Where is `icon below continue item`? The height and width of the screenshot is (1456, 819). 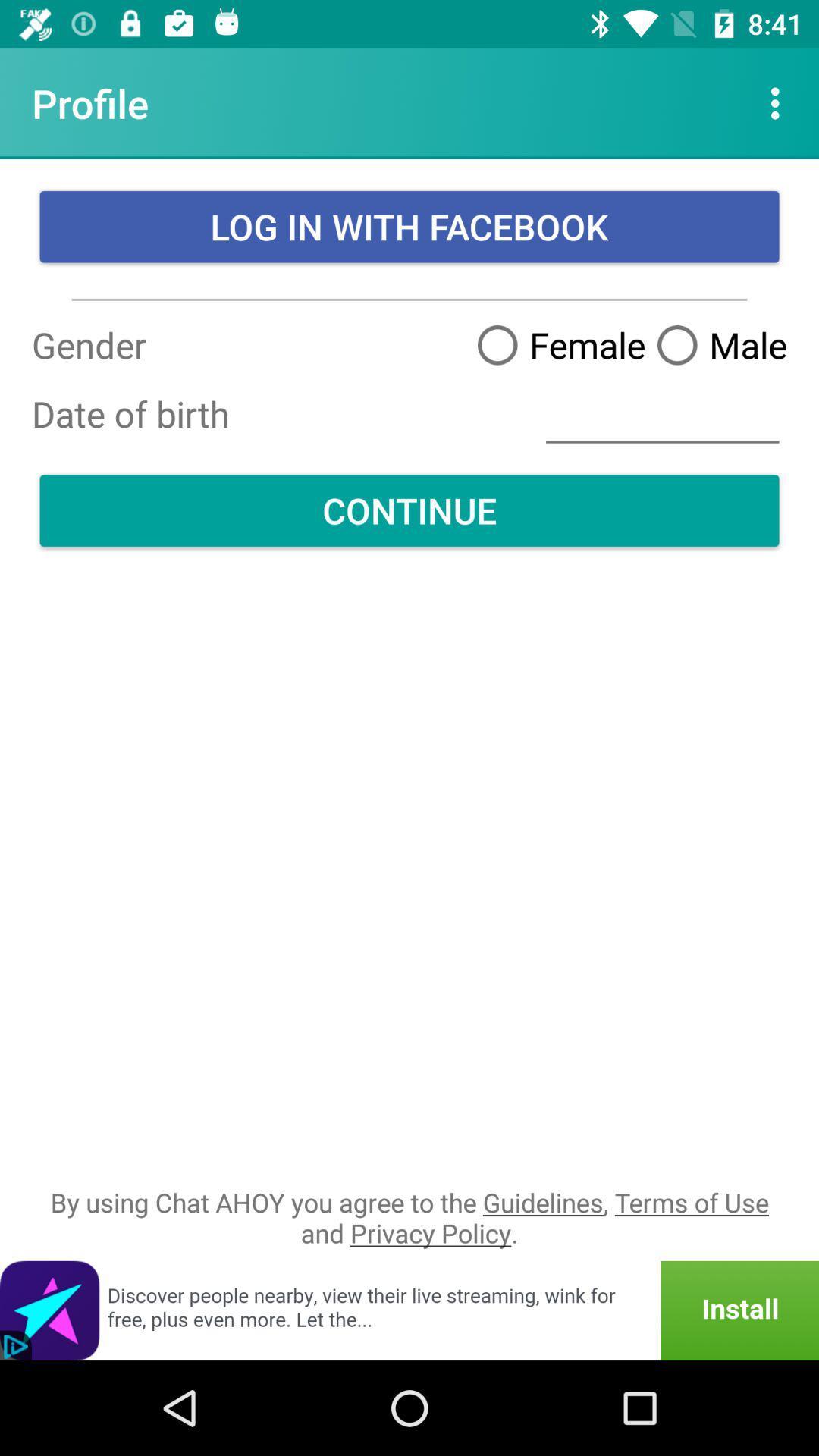
icon below continue item is located at coordinates (409, 1217).